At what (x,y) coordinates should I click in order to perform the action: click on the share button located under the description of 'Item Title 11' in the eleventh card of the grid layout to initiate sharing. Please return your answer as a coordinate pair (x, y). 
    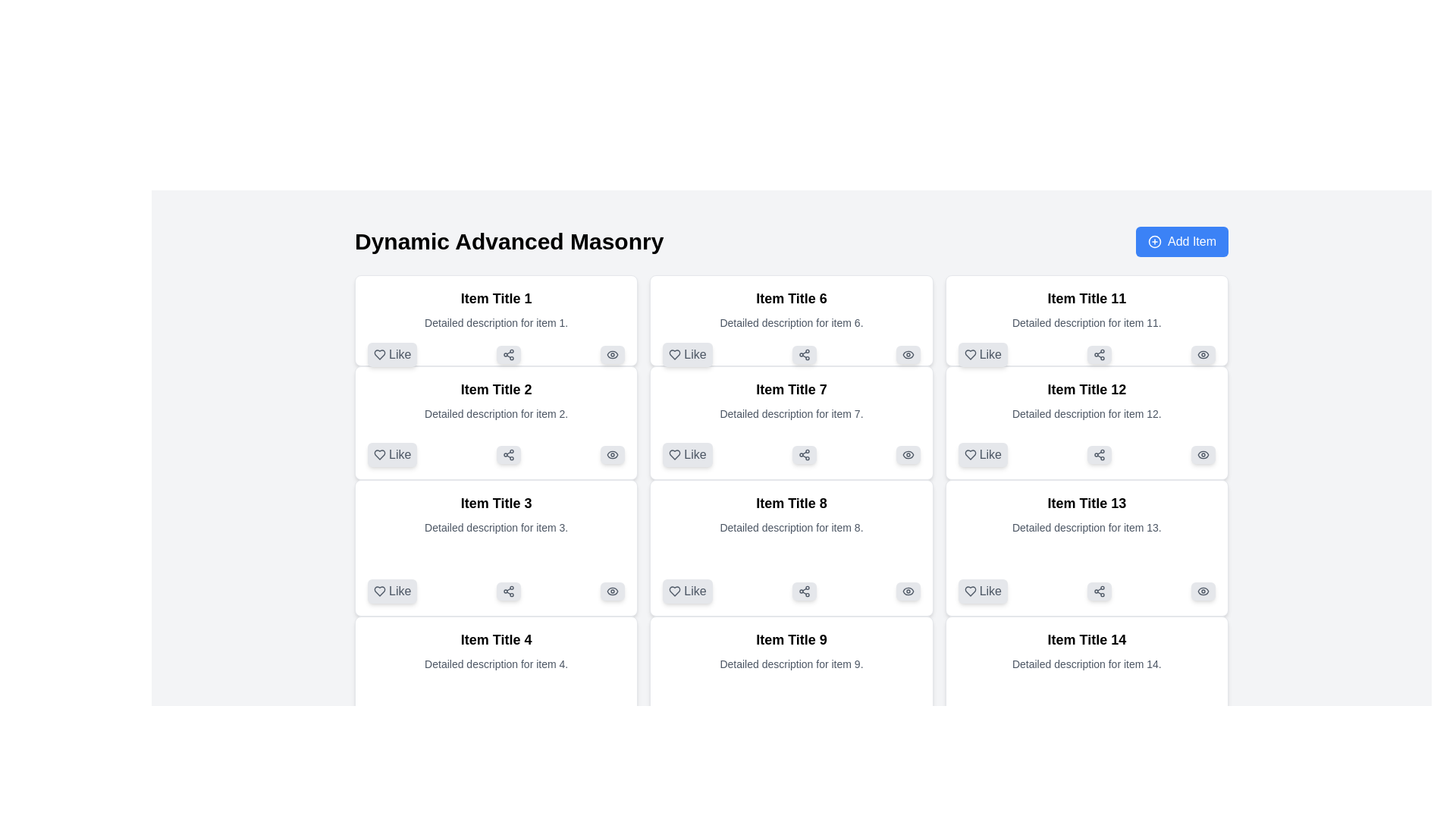
    Looking at the image, I should click on (1086, 354).